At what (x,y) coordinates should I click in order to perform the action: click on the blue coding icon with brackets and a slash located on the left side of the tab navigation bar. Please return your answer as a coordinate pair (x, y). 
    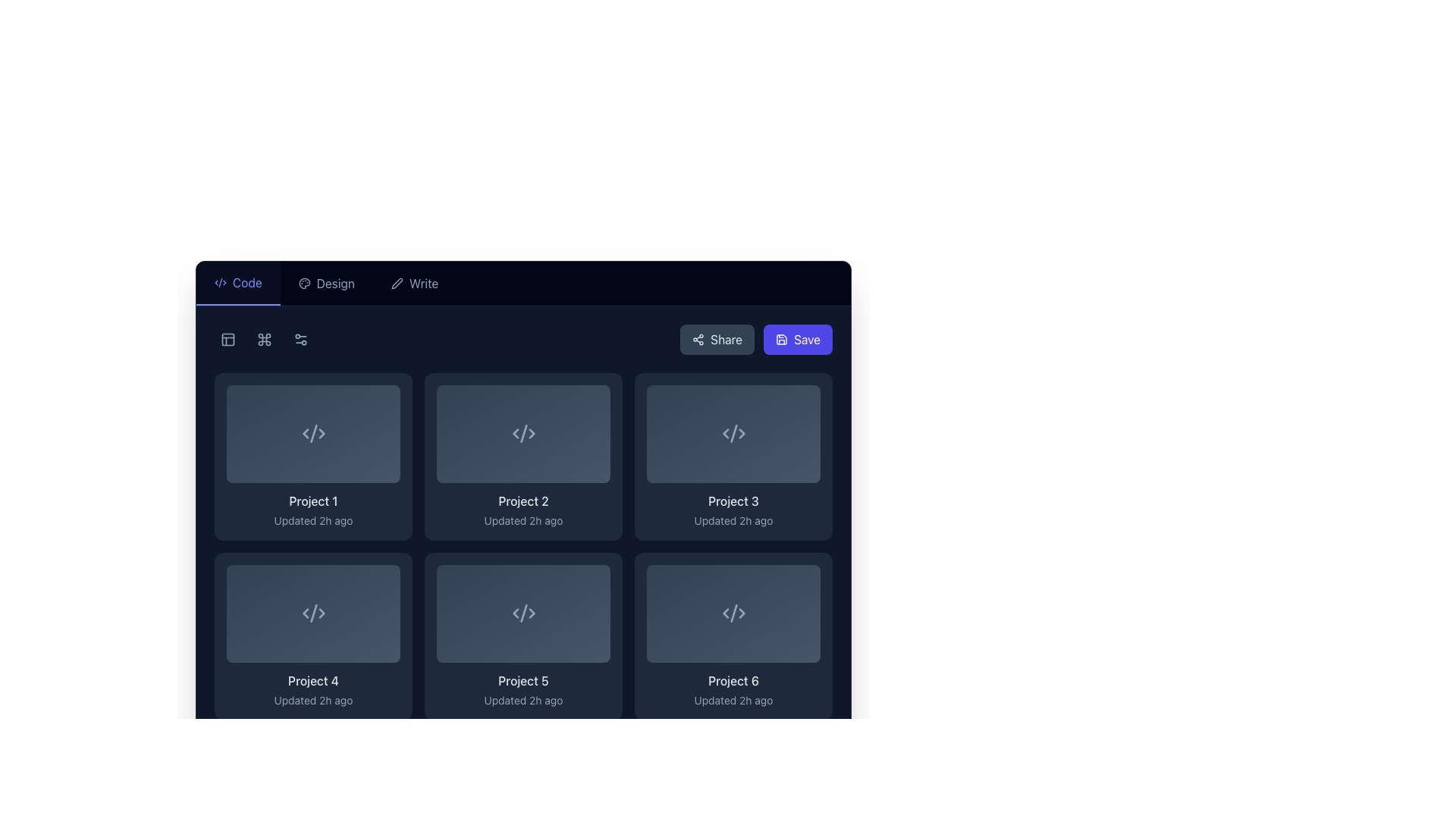
    Looking at the image, I should click on (220, 283).